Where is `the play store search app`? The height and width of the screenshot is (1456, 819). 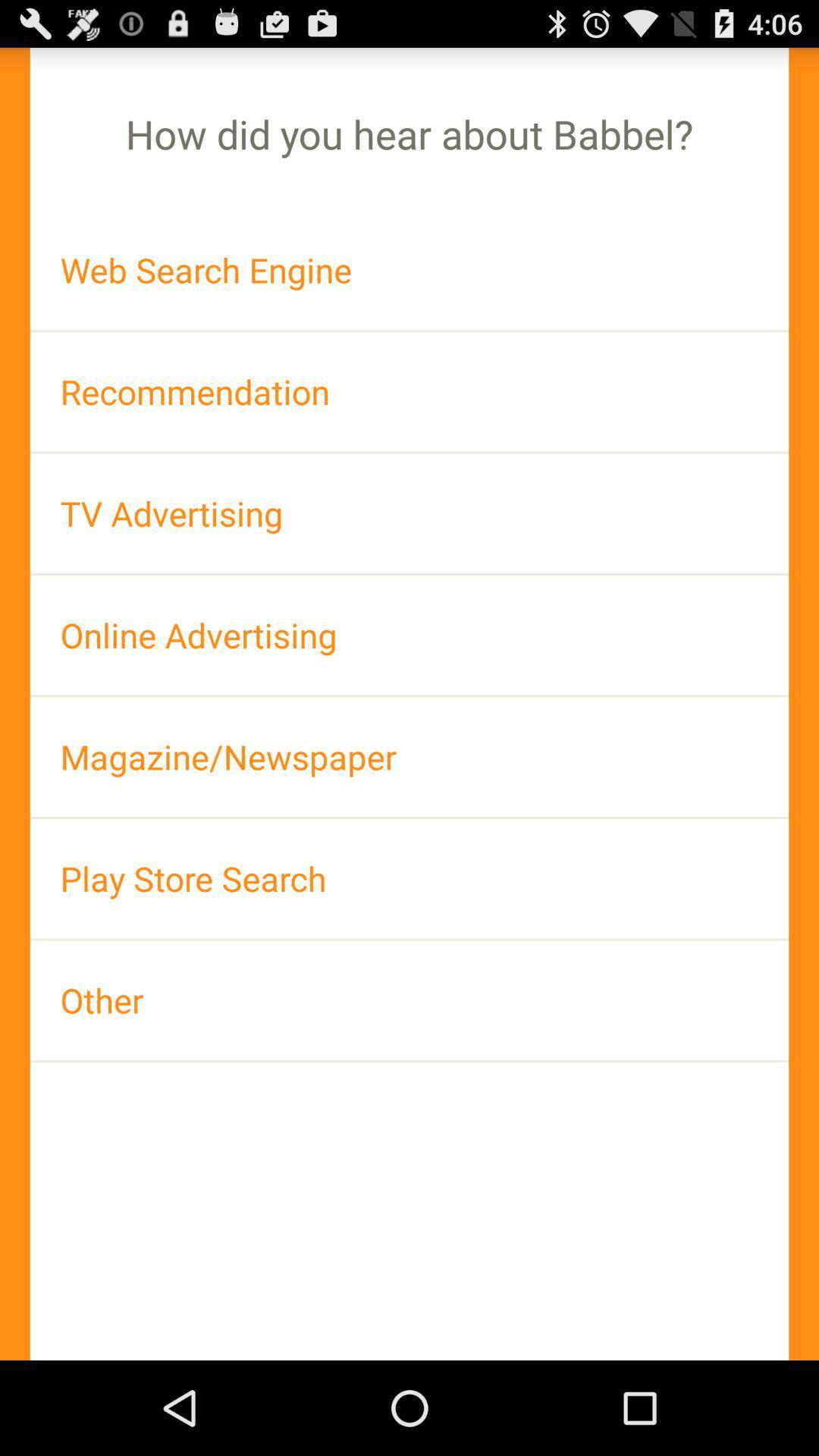
the play store search app is located at coordinates (409, 878).